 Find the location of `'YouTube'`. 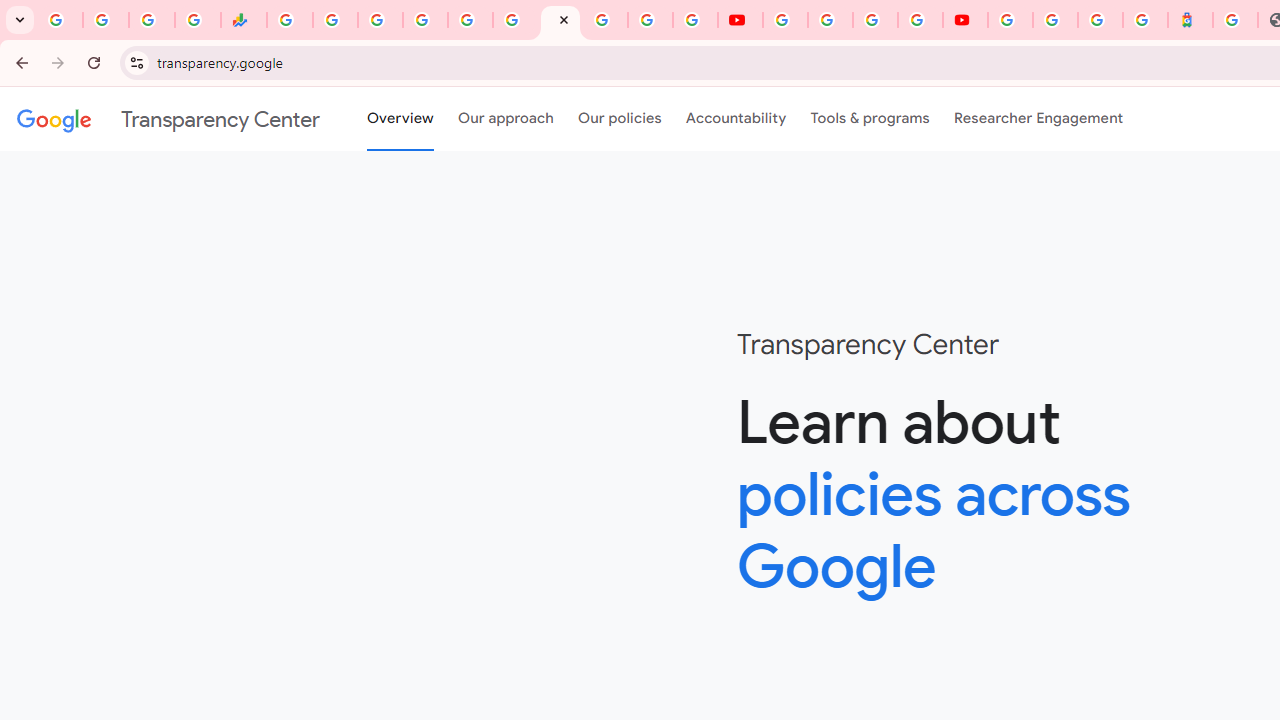

'YouTube' is located at coordinates (784, 20).